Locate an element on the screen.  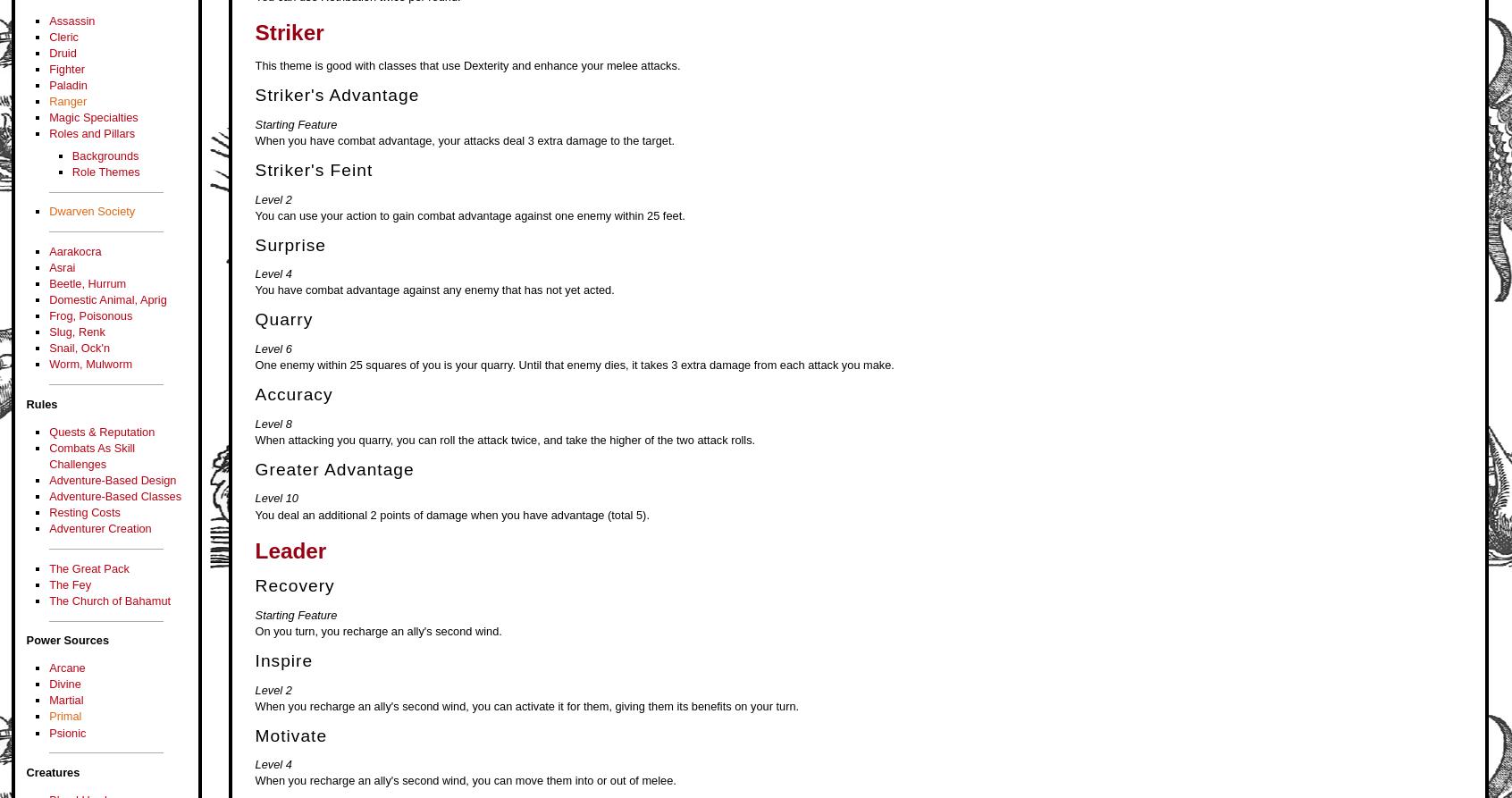
'Leader' is located at coordinates (290, 550).